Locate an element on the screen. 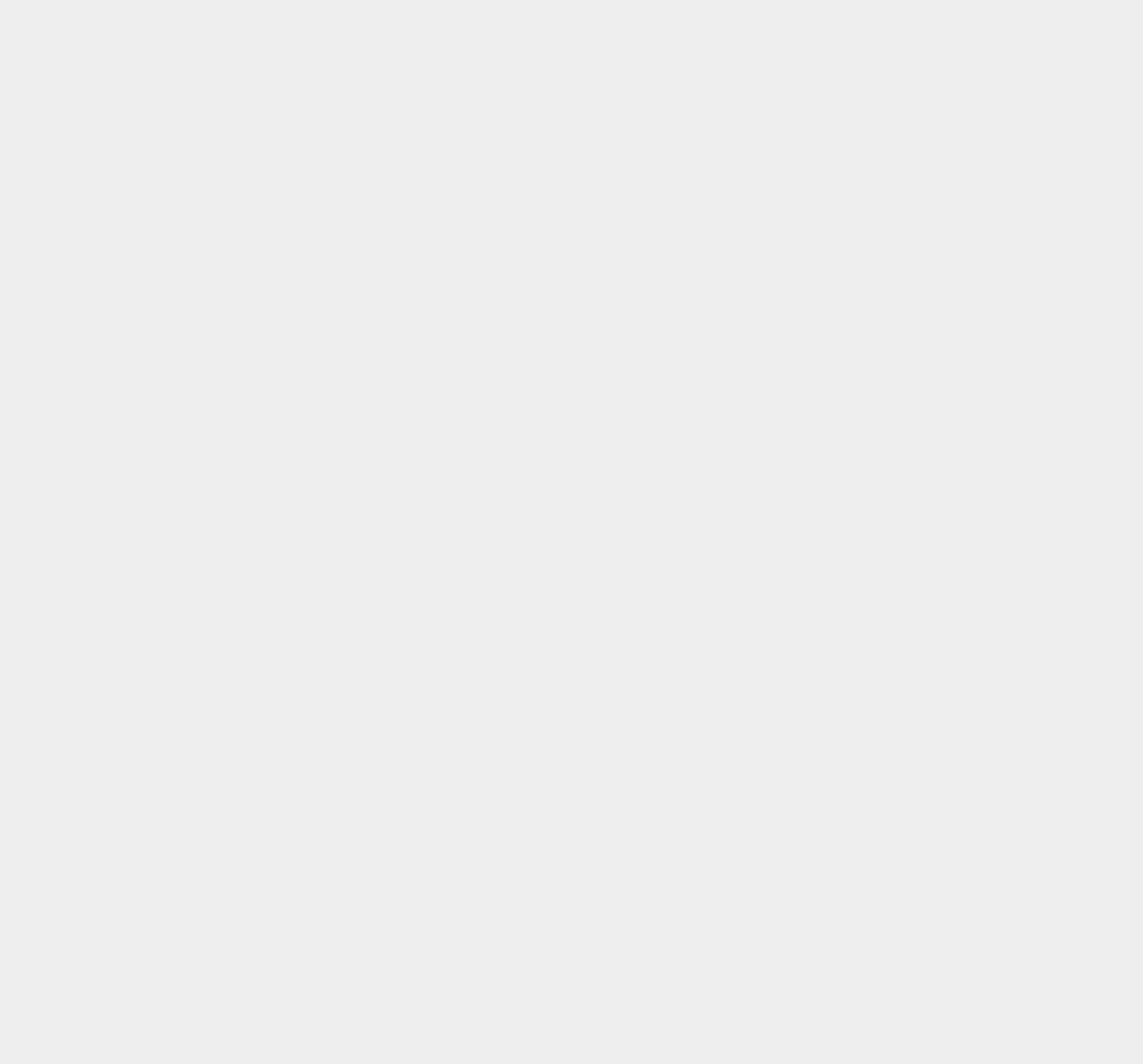 The height and width of the screenshot is (1064, 1143). 'Windows 8' is located at coordinates (840, 226).